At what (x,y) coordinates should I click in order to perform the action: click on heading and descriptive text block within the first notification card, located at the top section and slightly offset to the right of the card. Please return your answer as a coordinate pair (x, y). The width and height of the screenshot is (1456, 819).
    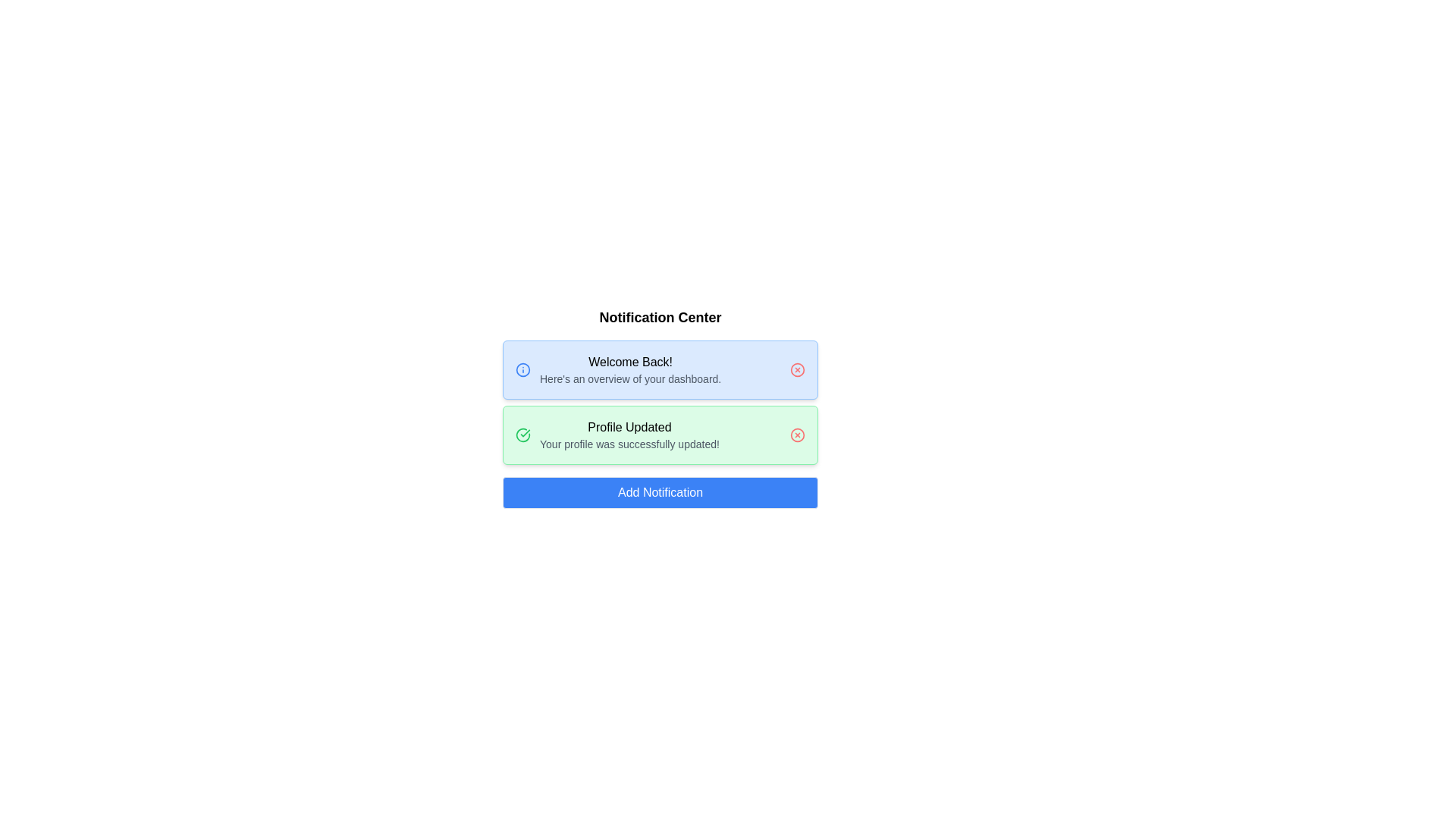
    Looking at the image, I should click on (630, 370).